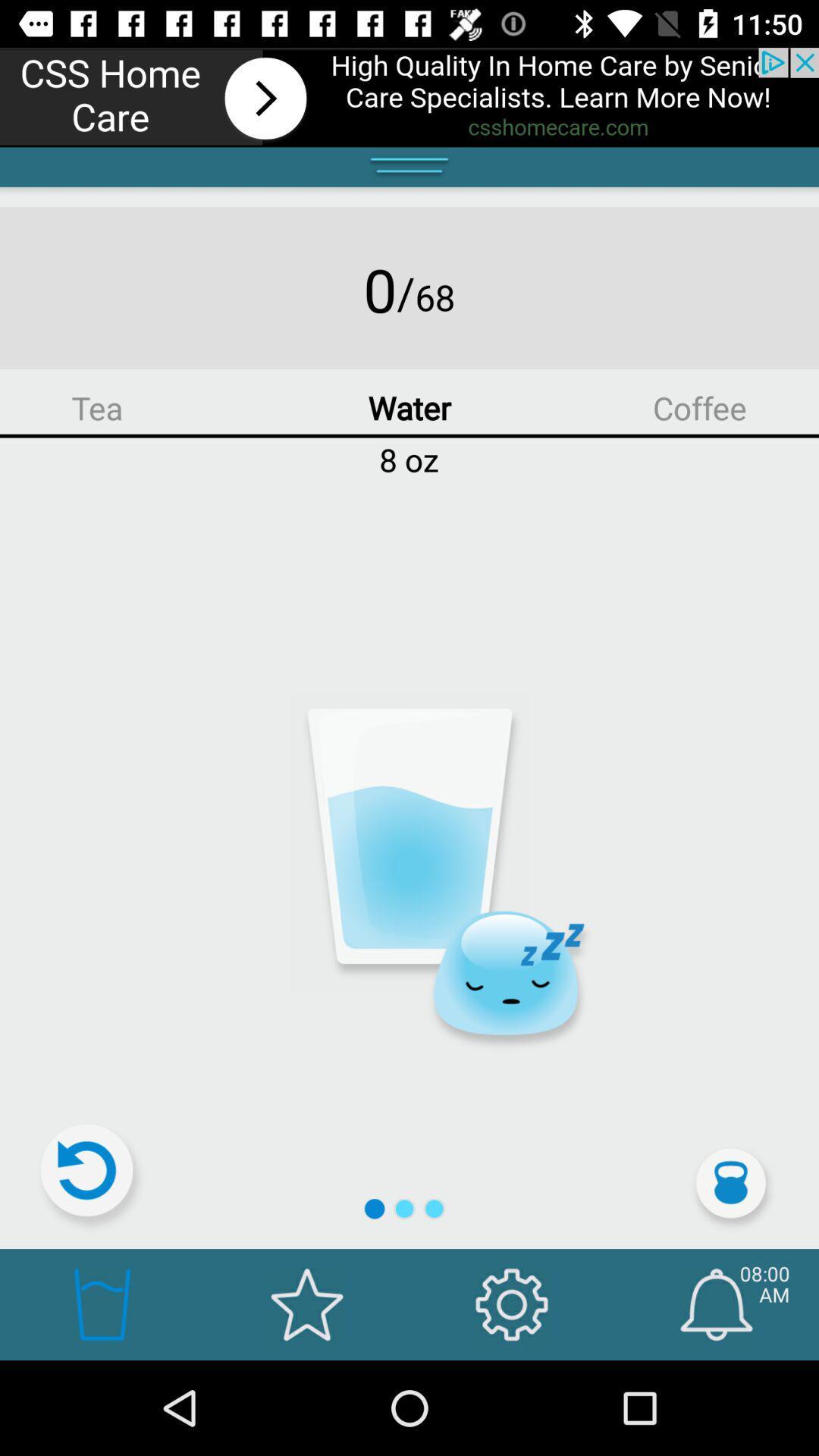 The height and width of the screenshot is (1456, 819). I want to click on refresh screen, so click(93, 1176).